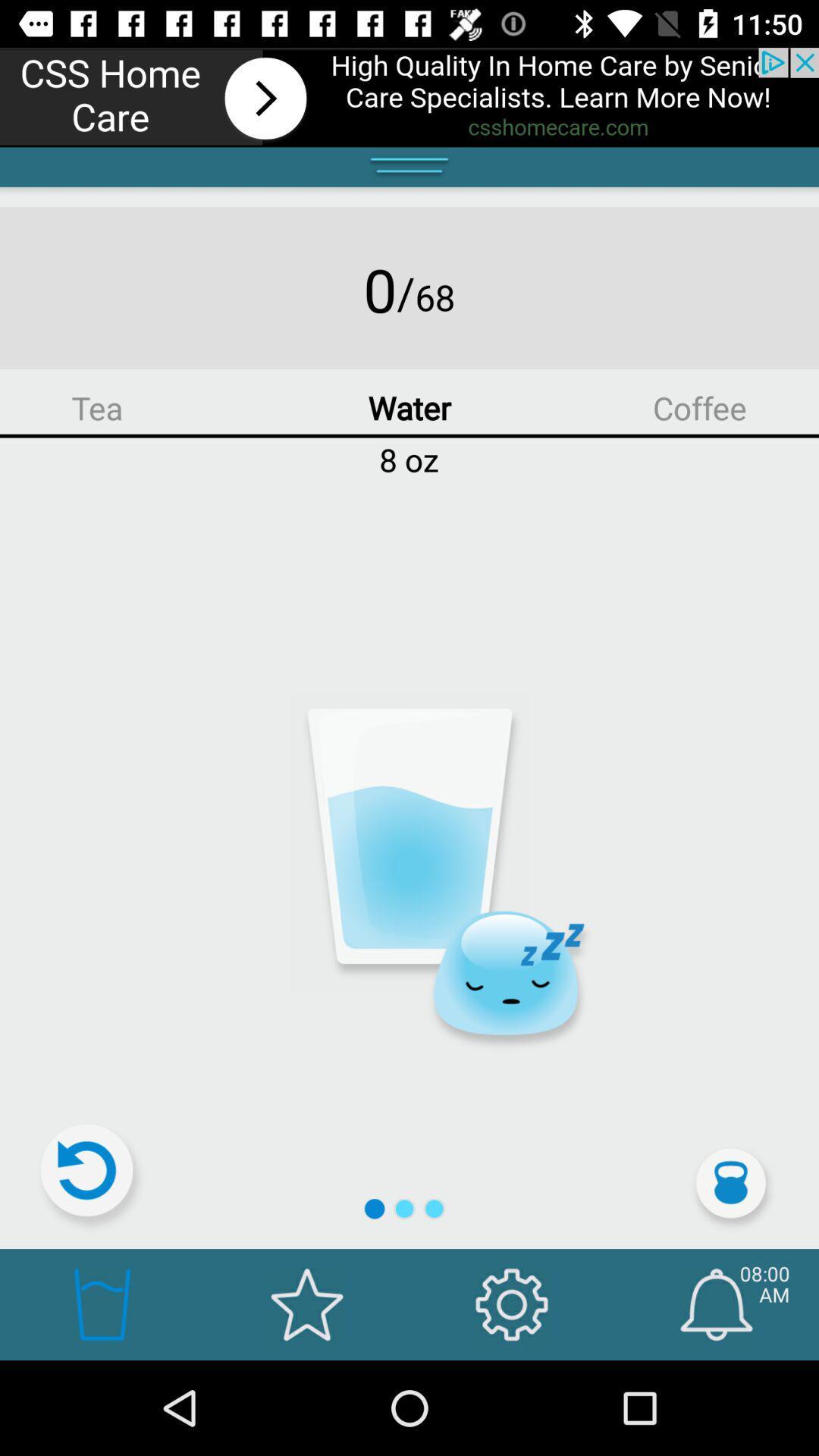 The height and width of the screenshot is (1456, 819). I want to click on refresh screen, so click(93, 1176).